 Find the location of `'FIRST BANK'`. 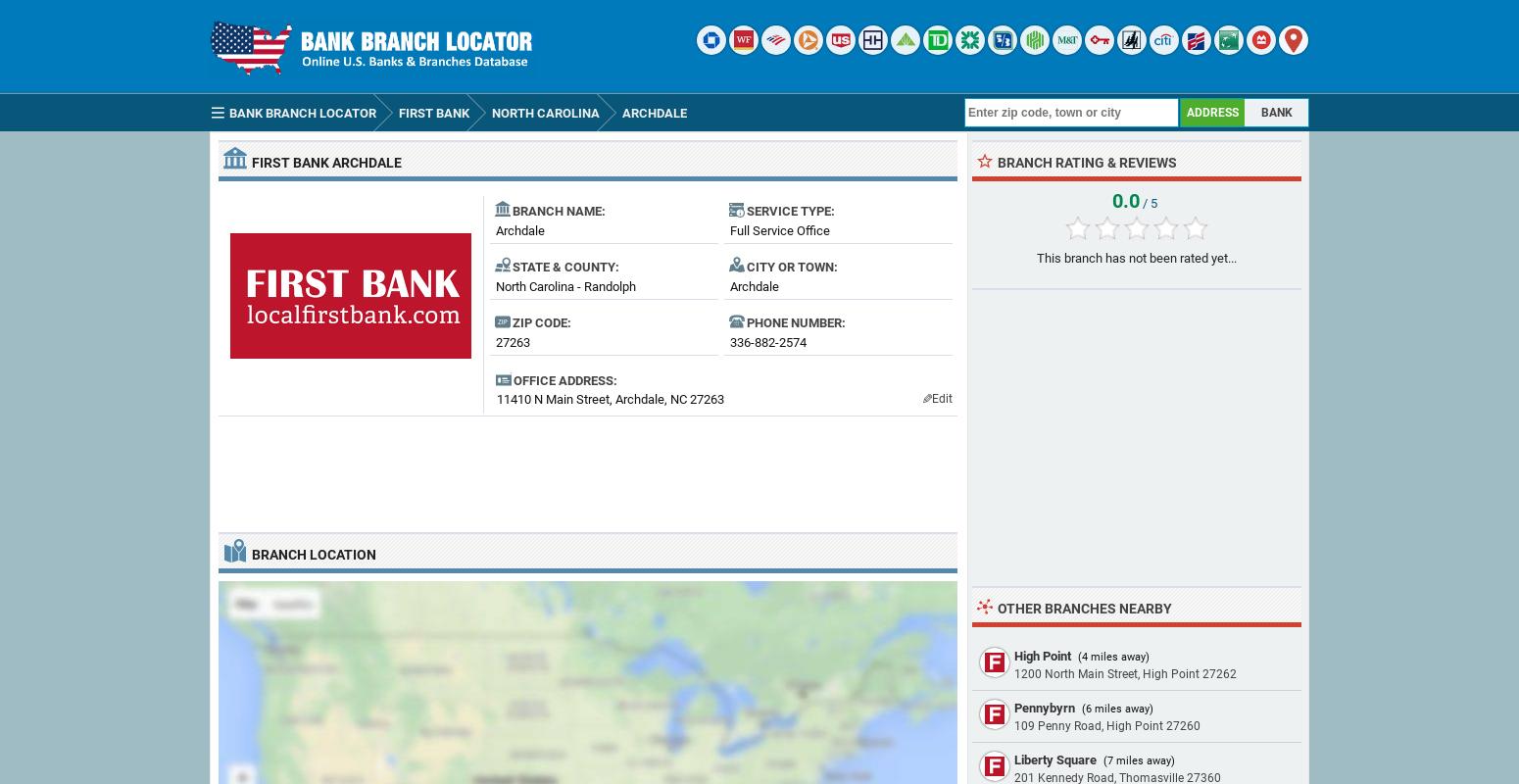

'FIRST BANK' is located at coordinates (292, 163).